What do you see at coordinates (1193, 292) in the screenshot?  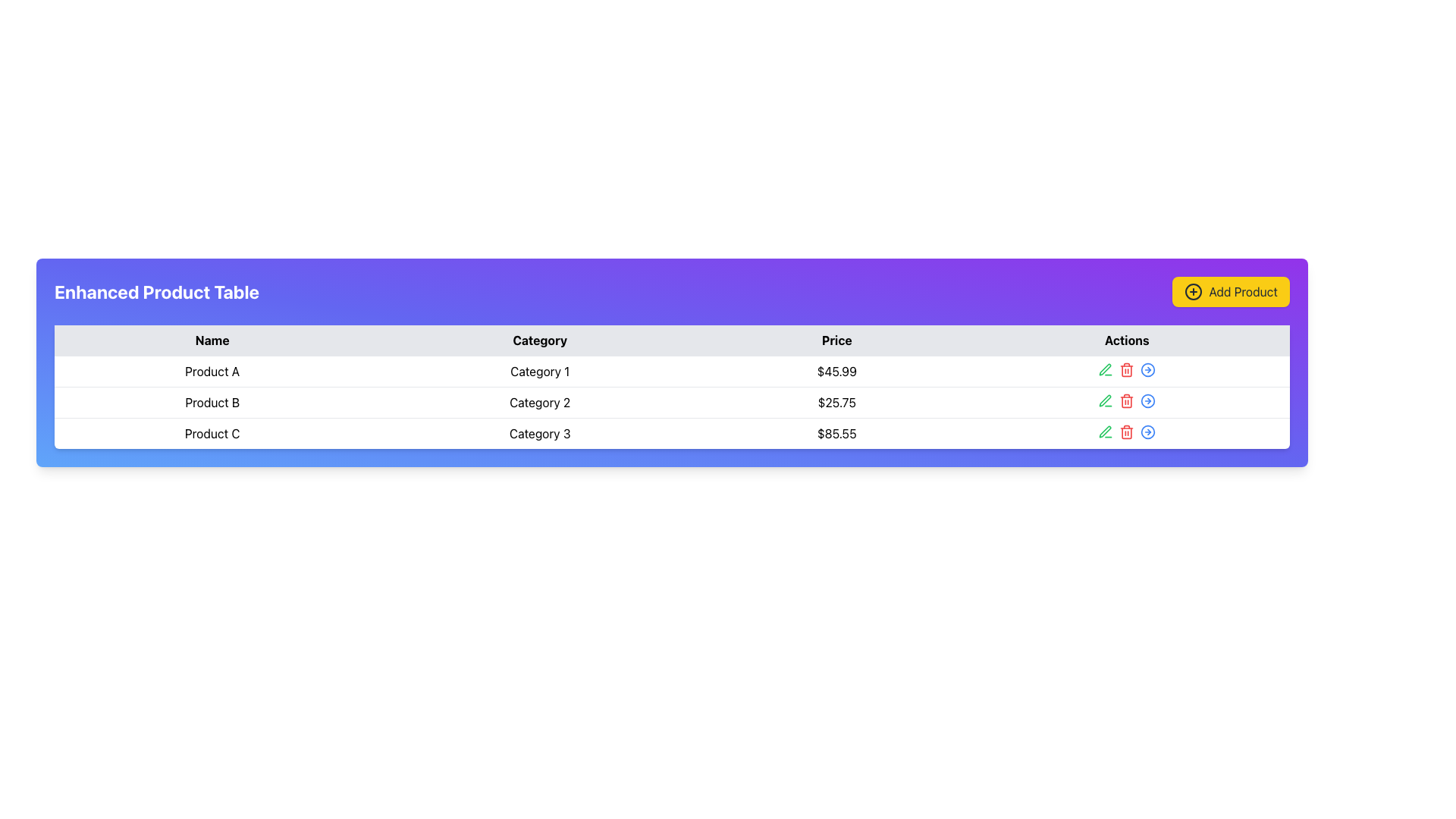 I see `the SVG icon for adding items, located inside the yellow 'Add Product' button in the top-right corner of the interface` at bounding box center [1193, 292].